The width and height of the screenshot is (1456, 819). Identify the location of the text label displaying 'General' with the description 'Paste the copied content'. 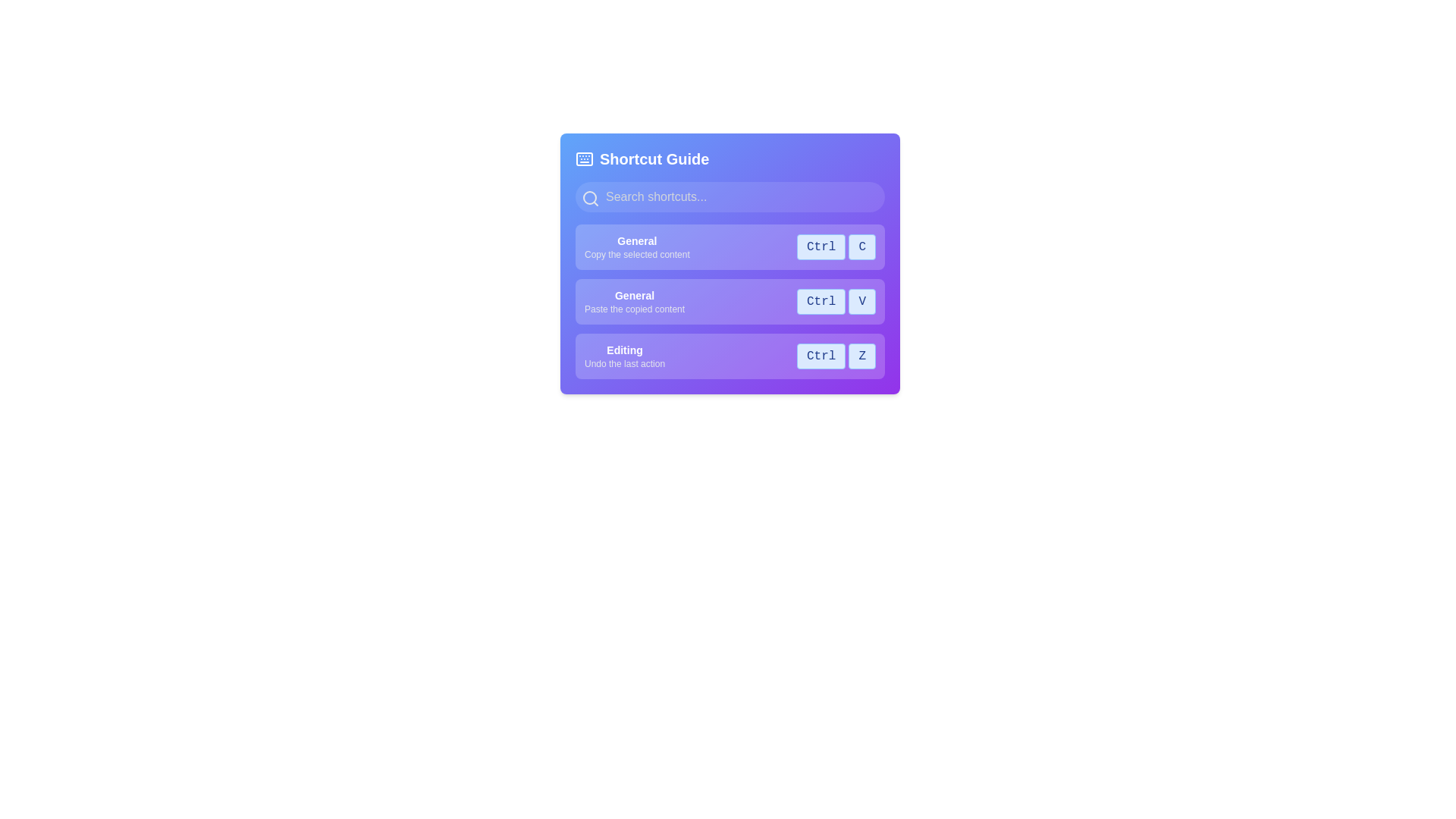
(635, 301).